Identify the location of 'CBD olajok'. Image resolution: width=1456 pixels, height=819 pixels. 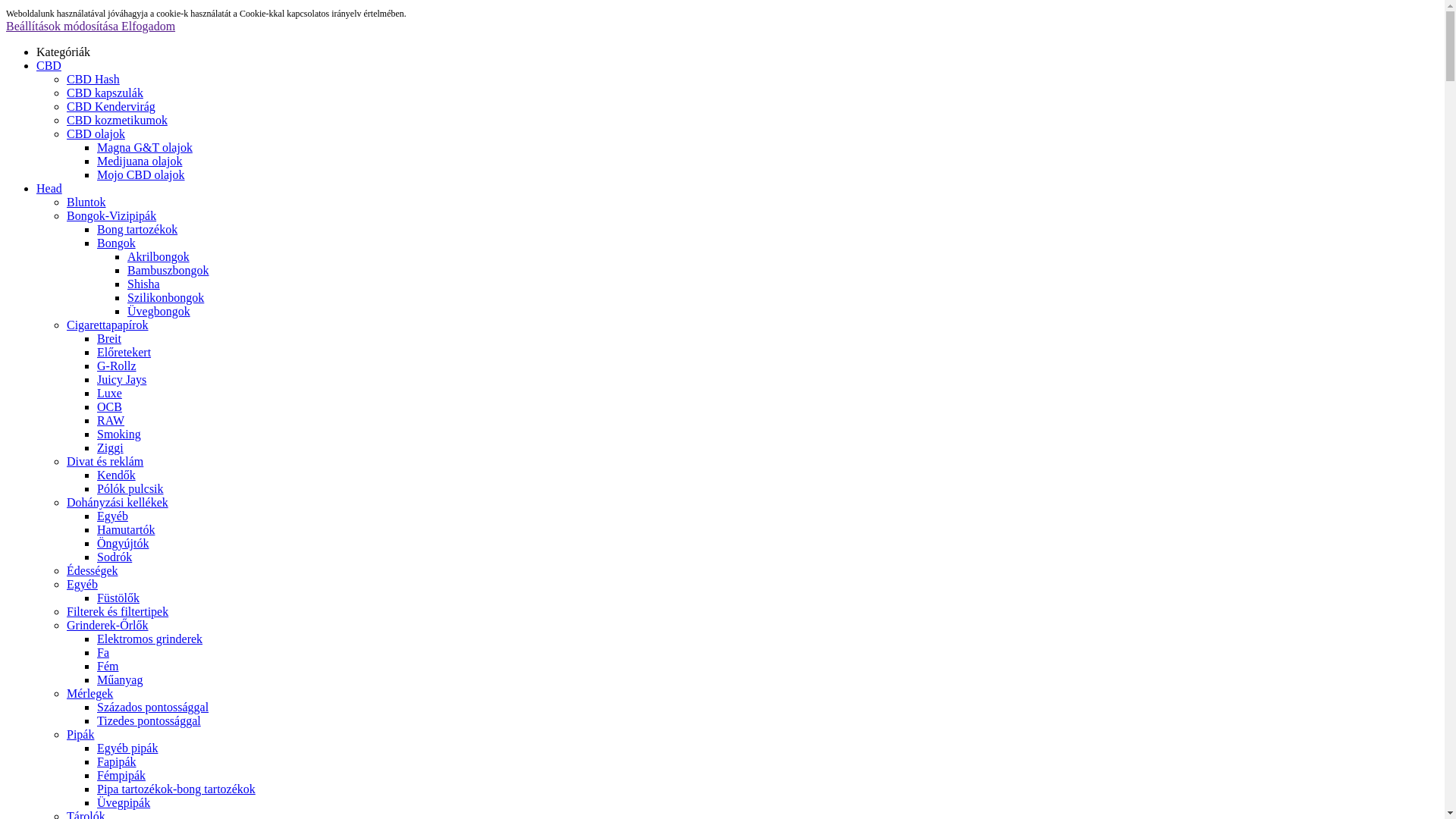
(95, 133).